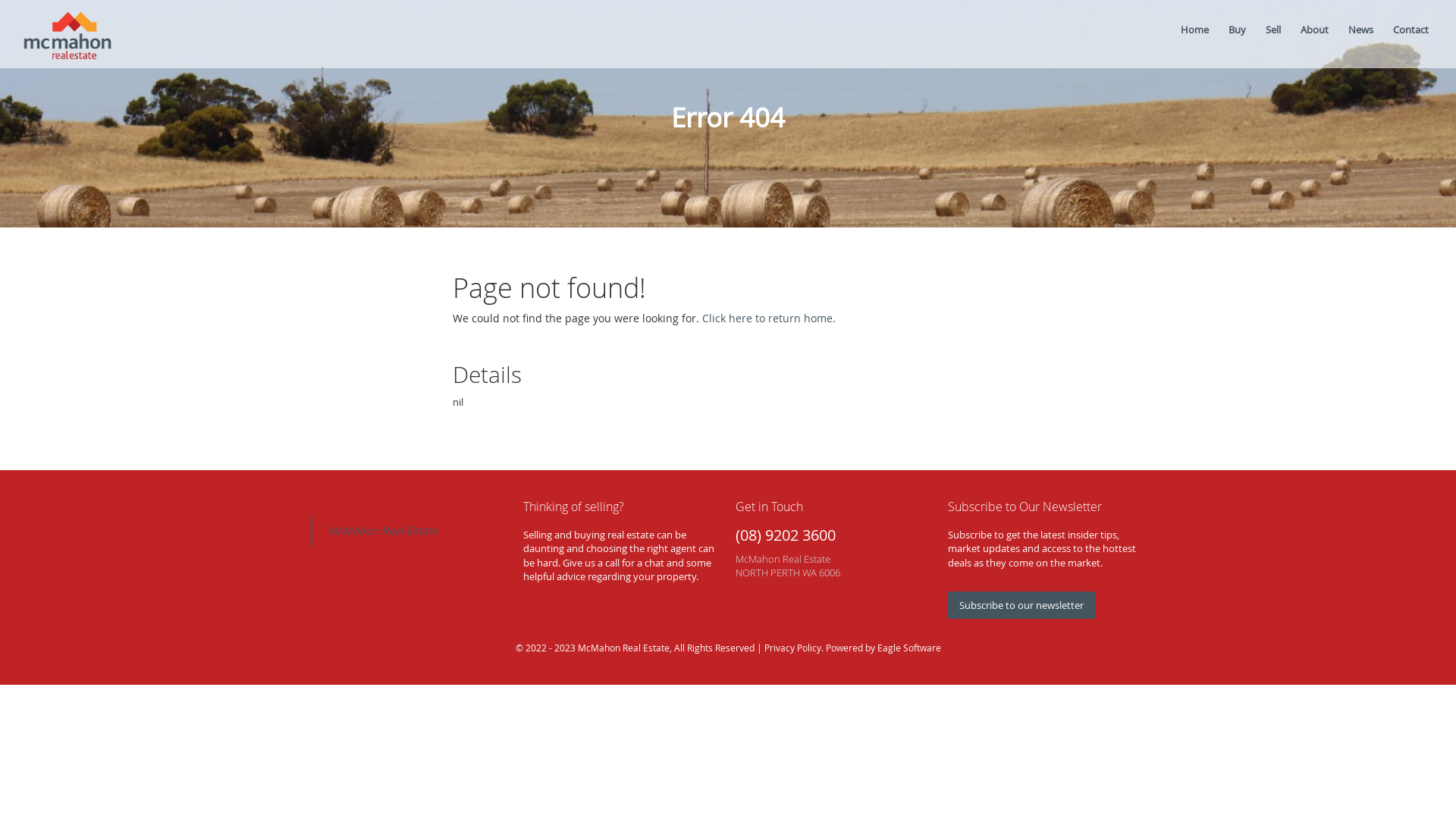  What do you see at coordinates (792, 647) in the screenshot?
I see `'Privacy Policy'` at bounding box center [792, 647].